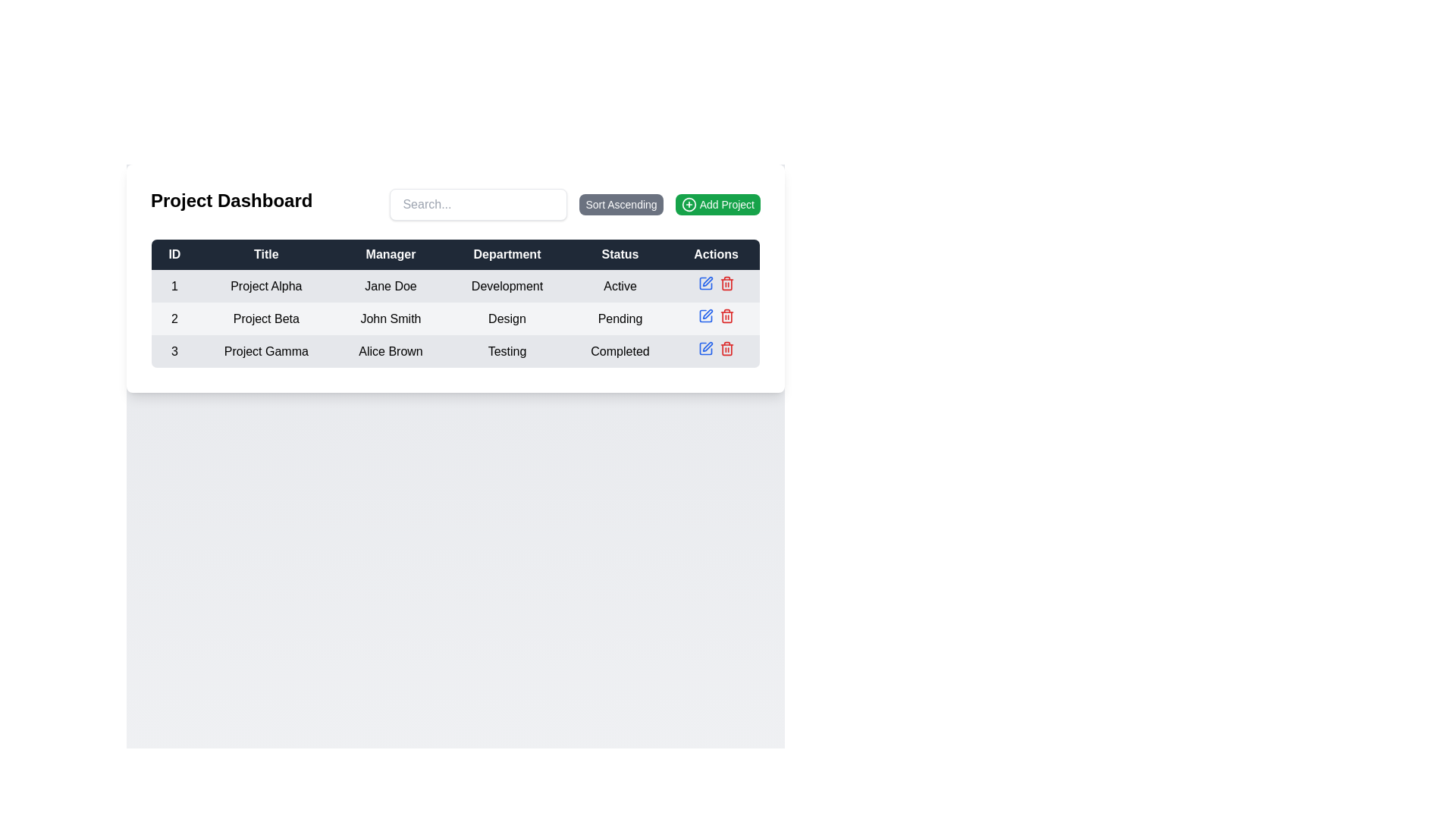 This screenshot has width=1456, height=819. What do you see at coordinates (688, 205) in the screenshot?
I see `the circular plus-shaped icon with a green border located to the left of the 'Add Project' button` at bounding box center [688, 205].